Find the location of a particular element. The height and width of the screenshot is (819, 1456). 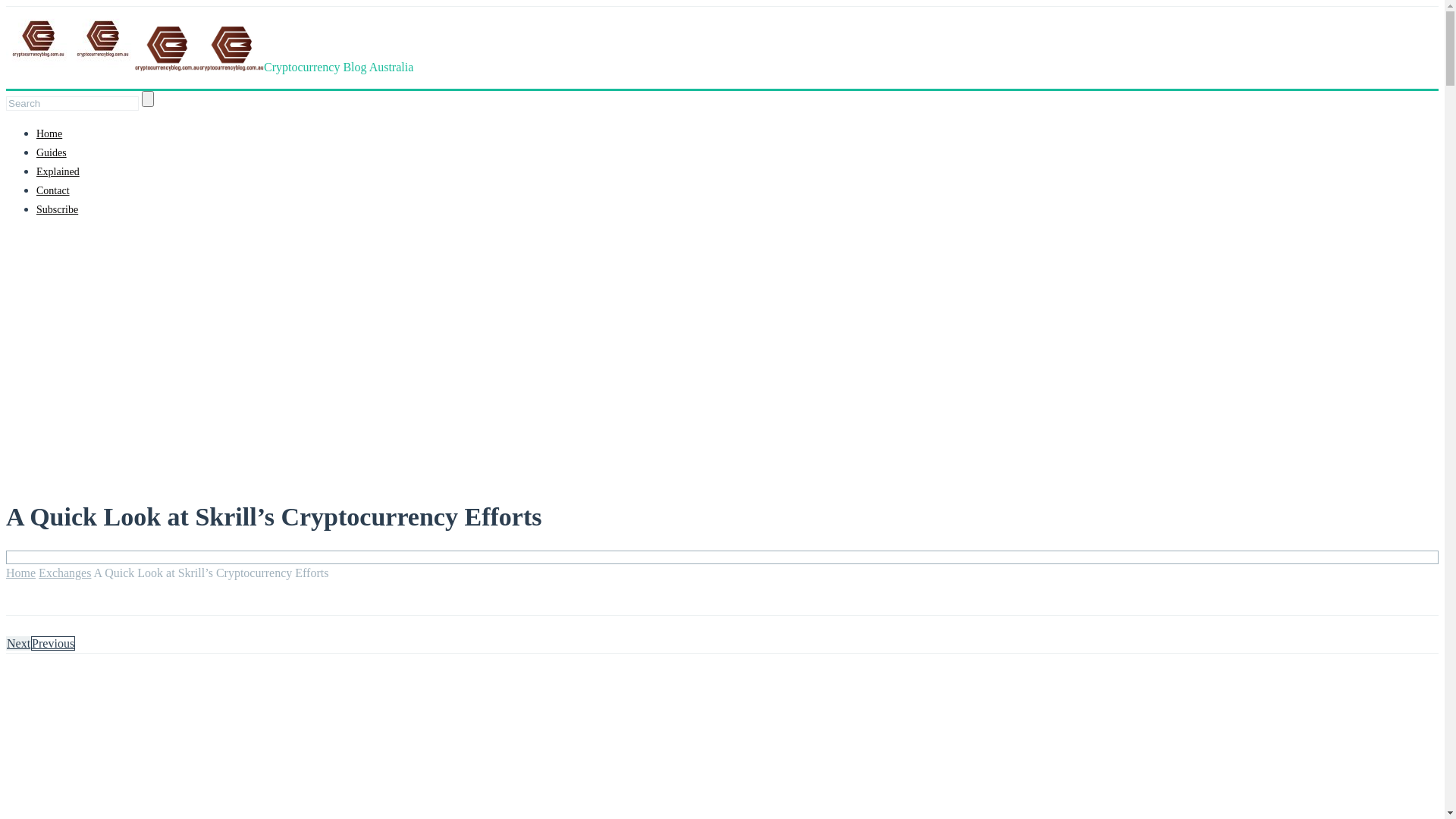

'Cryptocurrency Blog Australia' is located at coordinates (102, 38).